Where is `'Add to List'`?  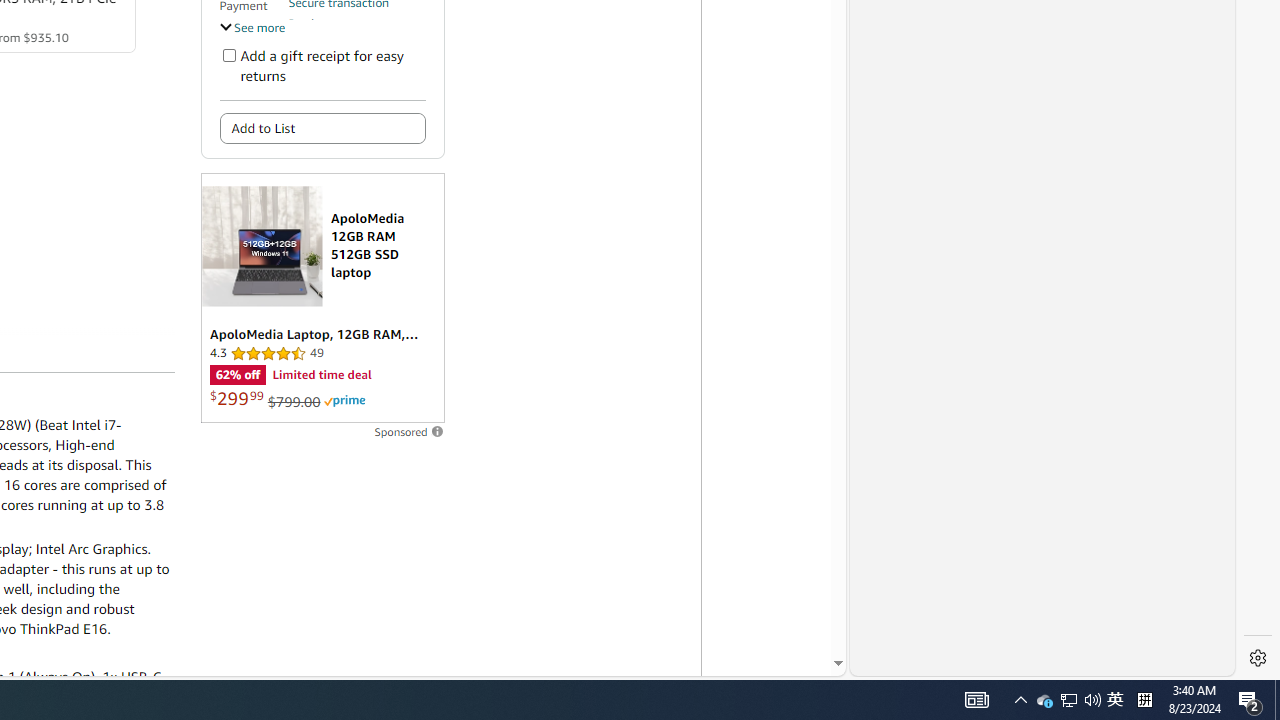
'Add to List' is located at coordinates (322, 128).